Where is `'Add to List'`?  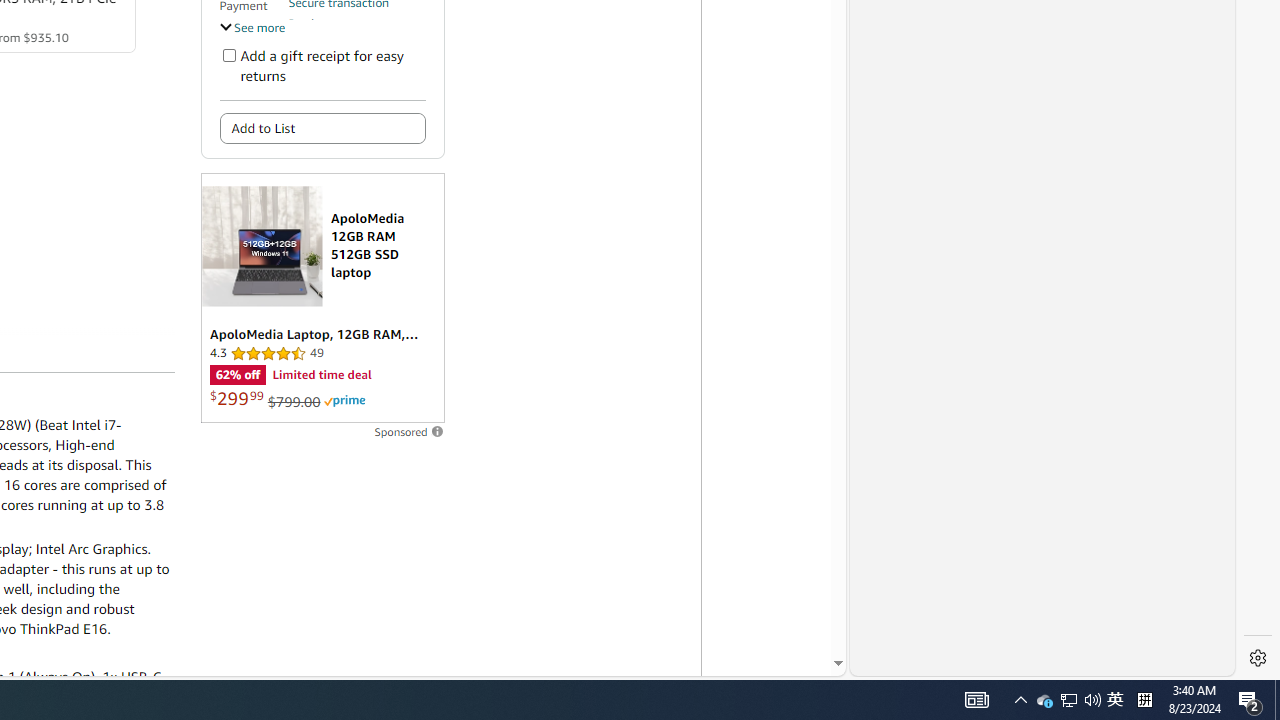
'Add to List' is located at coordinates (322, 128).